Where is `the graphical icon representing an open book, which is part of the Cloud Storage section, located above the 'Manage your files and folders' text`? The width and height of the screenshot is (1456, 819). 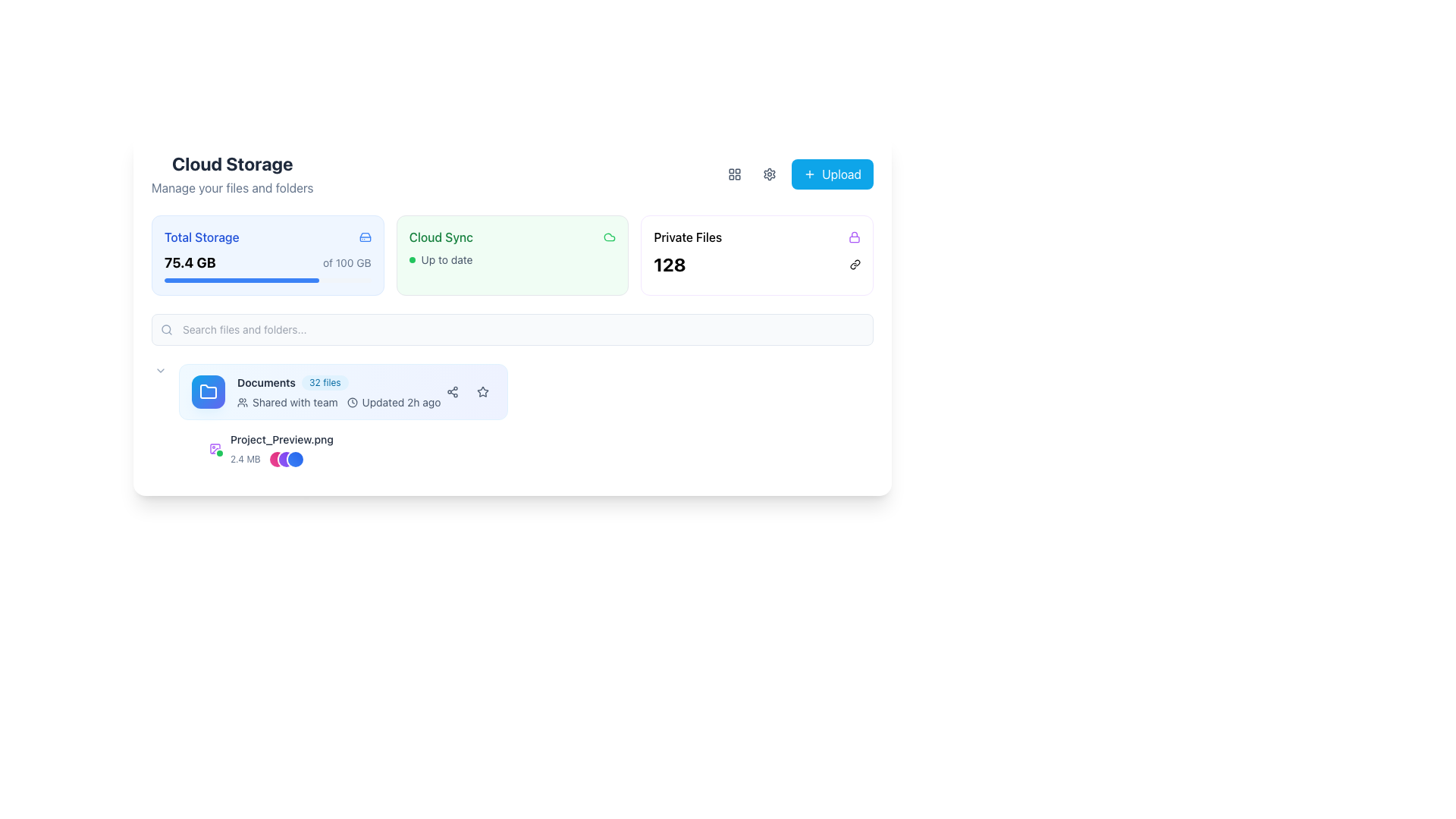 the graphical icon representing an open book, which is part of the Cloud Storage section, located above the 'Manage your files and folders' text is located at coordinates (171, 180).